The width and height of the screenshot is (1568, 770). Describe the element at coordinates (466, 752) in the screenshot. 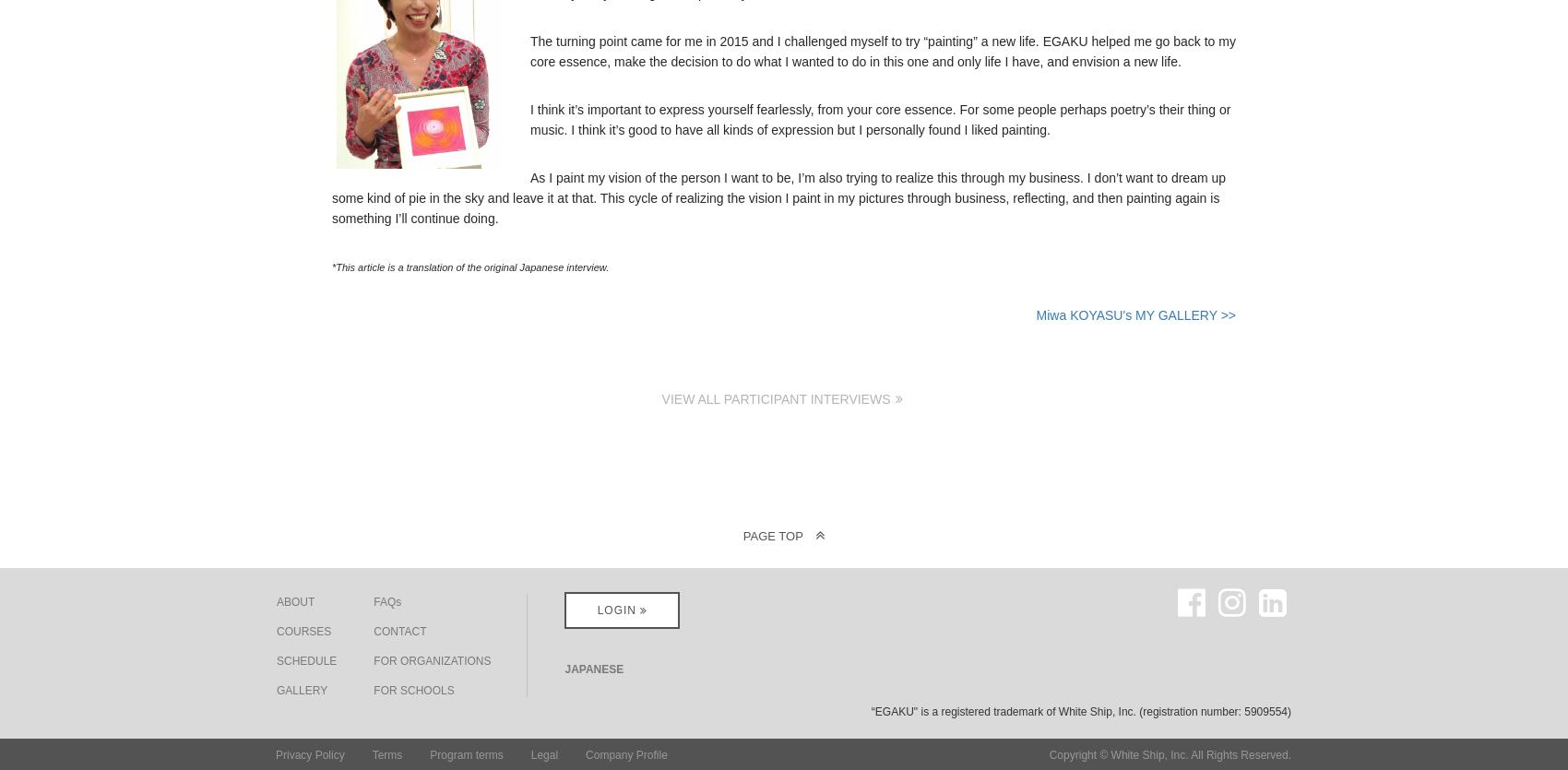

I see `'Program terms'` at that location.